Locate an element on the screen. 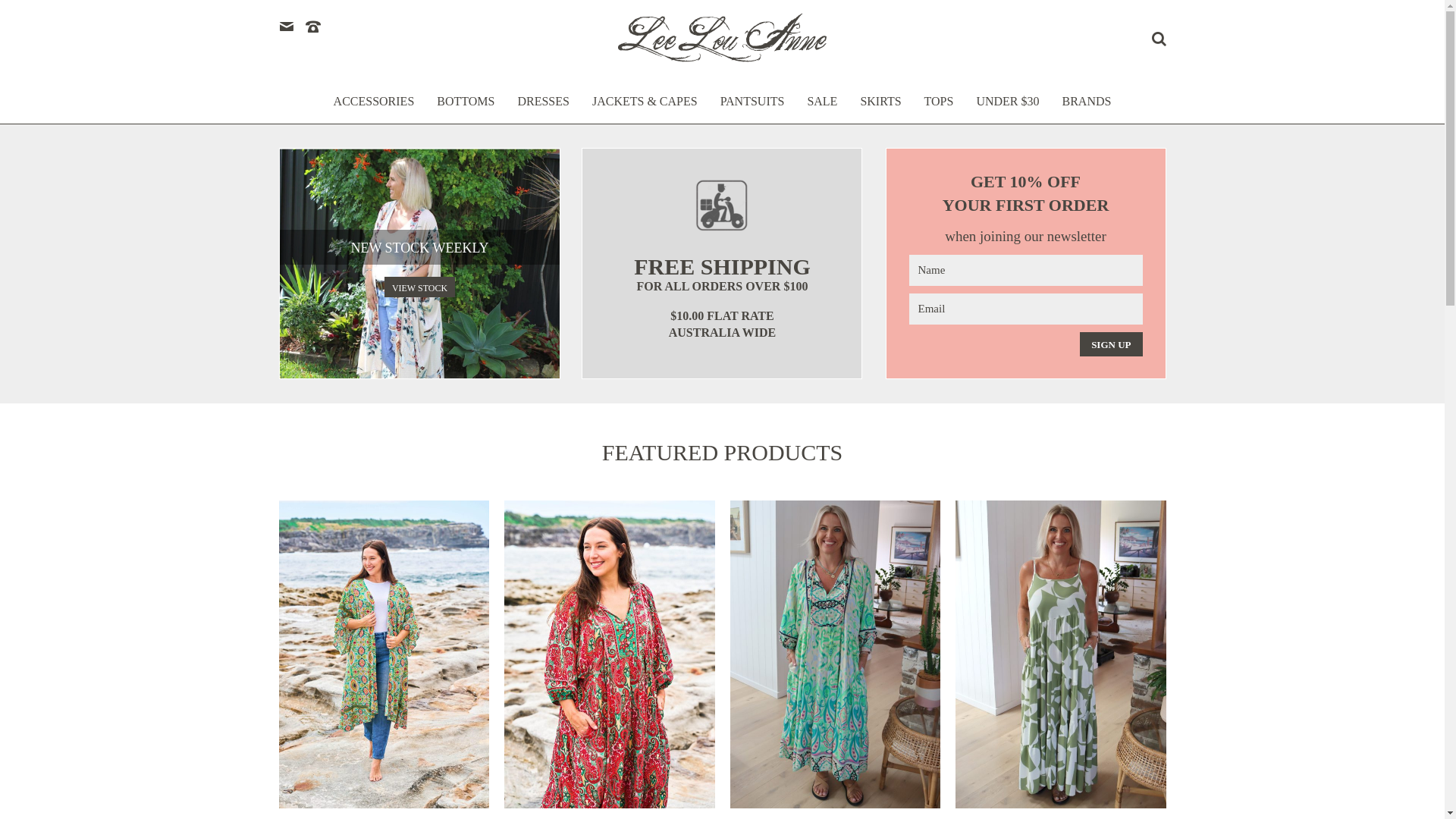 The image size is (1456, 819). 'ACCESSORIES' is located at coordinates (374, 108).